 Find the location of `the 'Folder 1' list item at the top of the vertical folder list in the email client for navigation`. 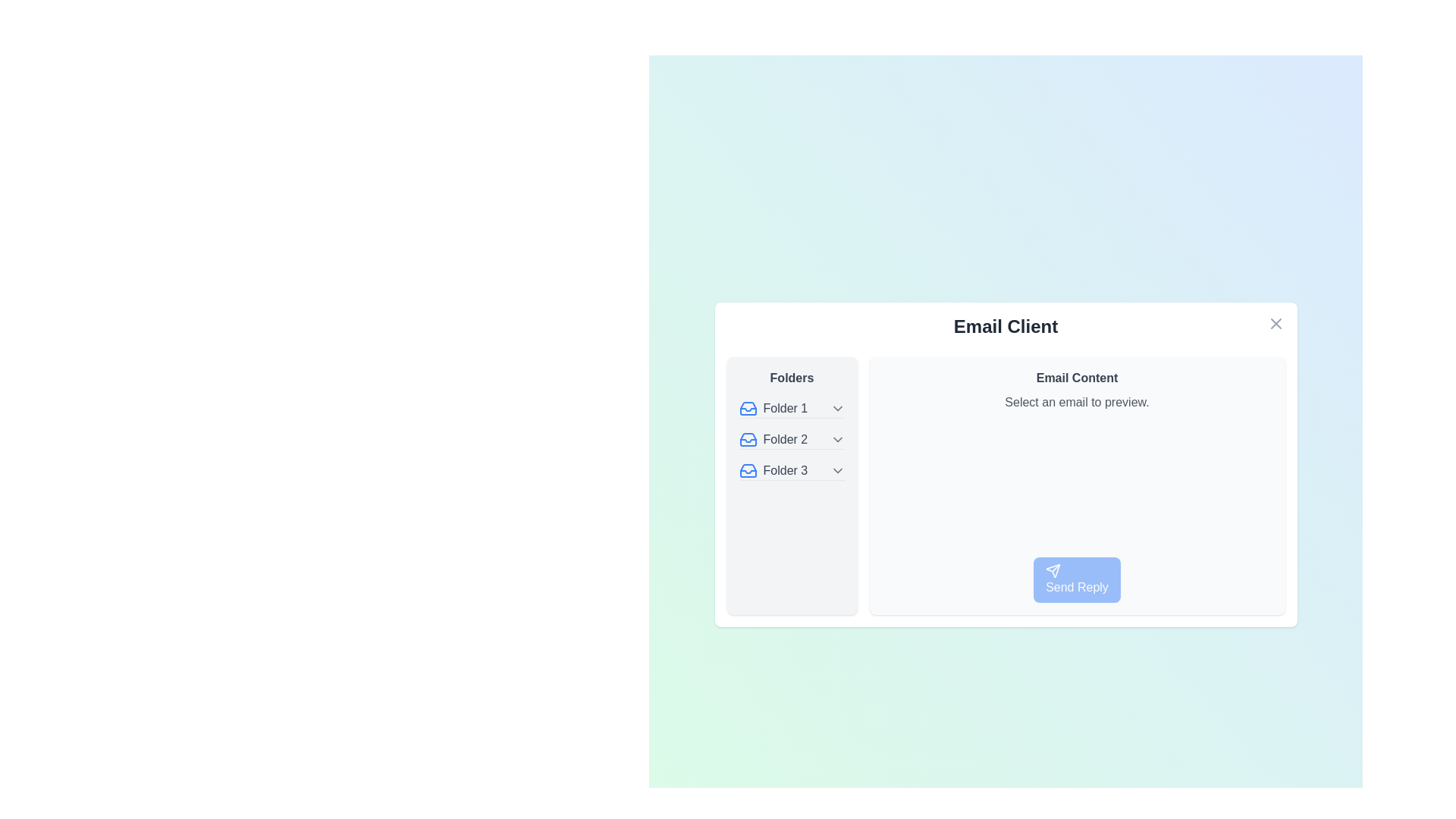

the 'Folder 1' list item at the top of the vertical folder list in the email client for navigation is located at coordinates (773, 408).